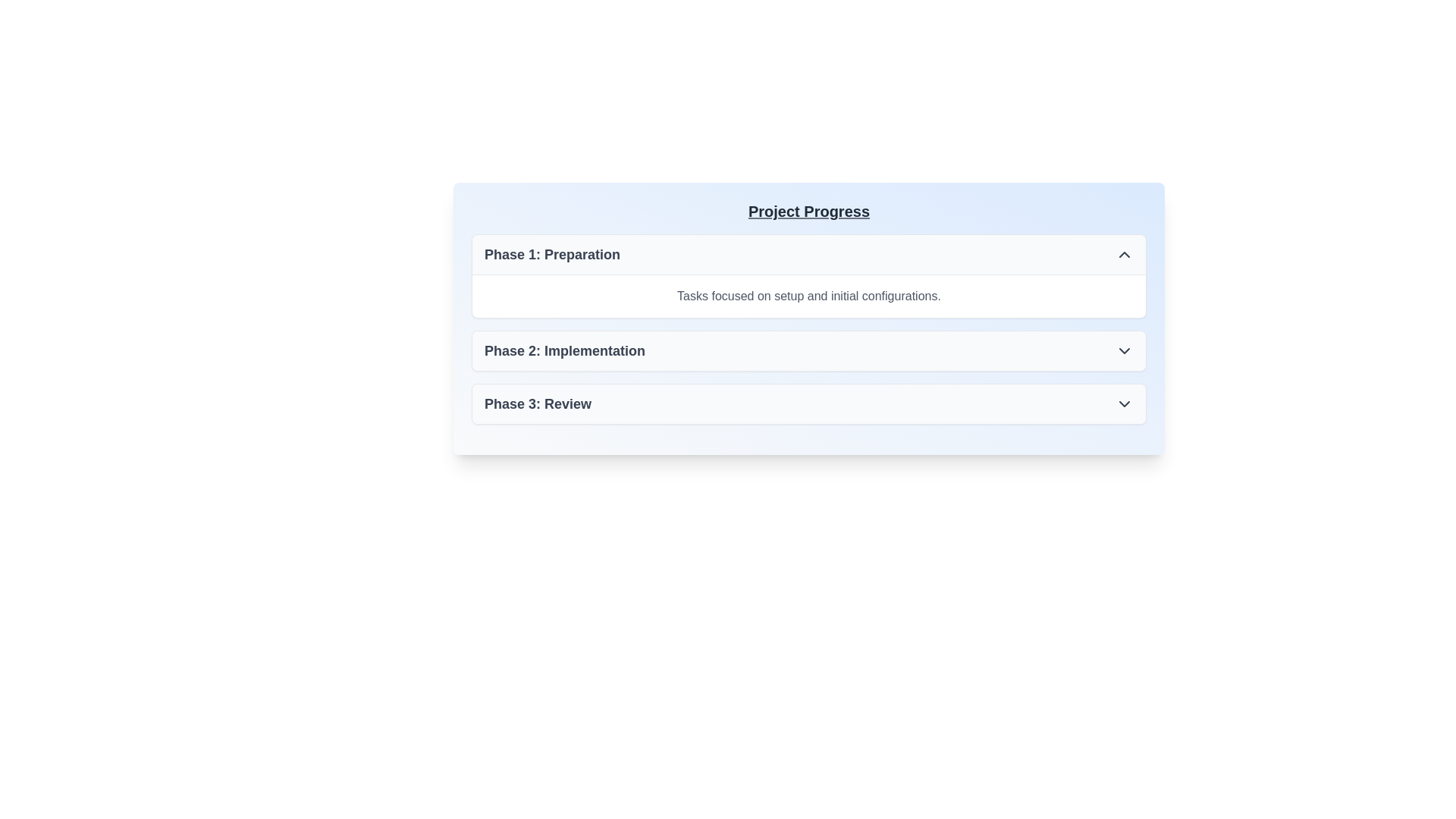 The image size is (1456, 819). Describe the element at coordinates (1125, 253) in the screenshot. I see `the Chevron icon (SVG) located on the far right of the row labeled 'Phase 1: Preparation'` at that location.